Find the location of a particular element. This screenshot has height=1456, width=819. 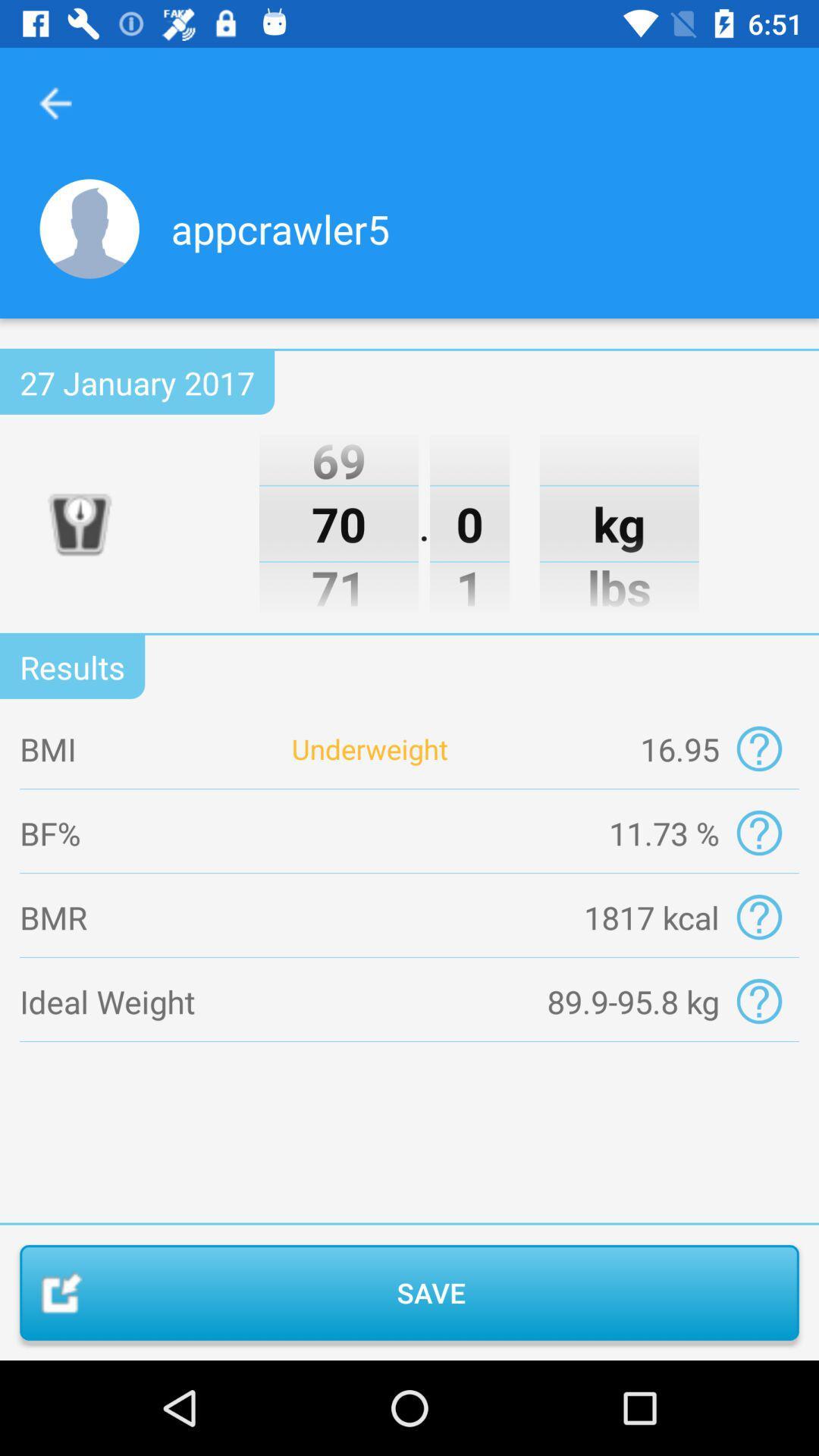

the save is located at coordinates (409, 1291).